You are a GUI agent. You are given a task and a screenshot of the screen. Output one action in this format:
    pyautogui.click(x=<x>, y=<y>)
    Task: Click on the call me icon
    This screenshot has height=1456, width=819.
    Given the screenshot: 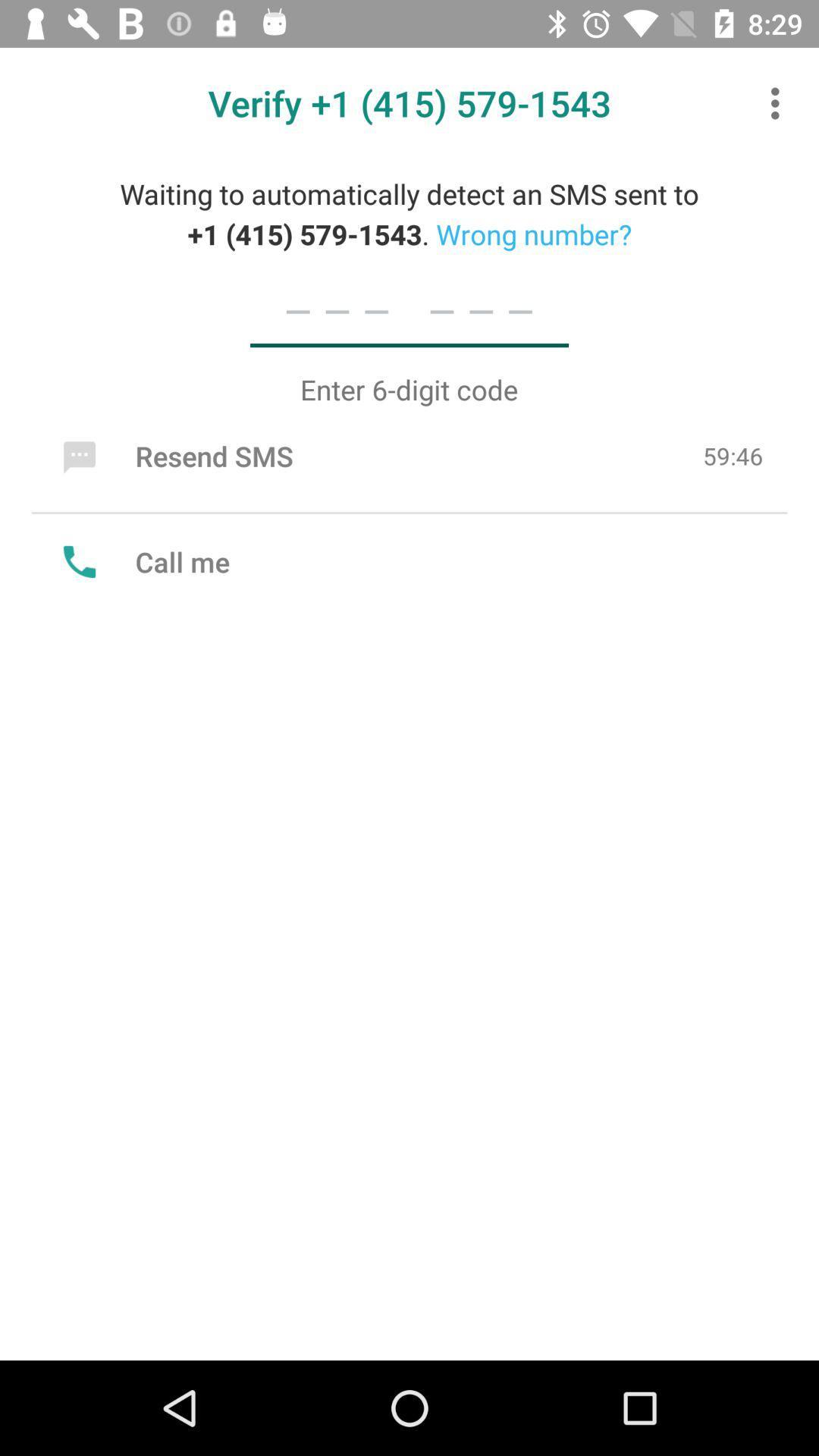 What is the action you would take?
    pyautogui.click(x=143, y=560)
    